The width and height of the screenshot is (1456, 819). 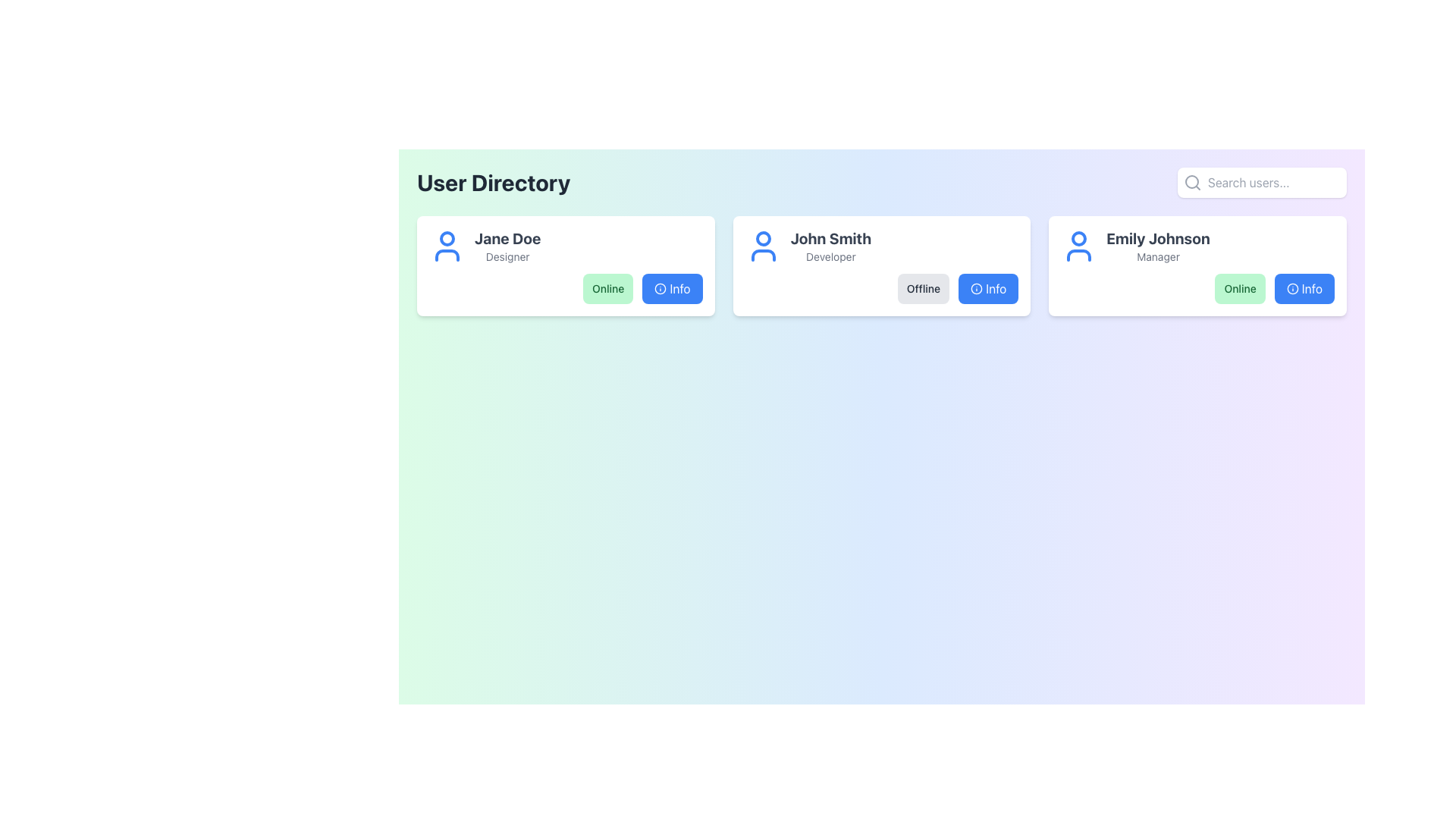 I want to click on the green button labeled 'Online', so click(x=1240, y=289).